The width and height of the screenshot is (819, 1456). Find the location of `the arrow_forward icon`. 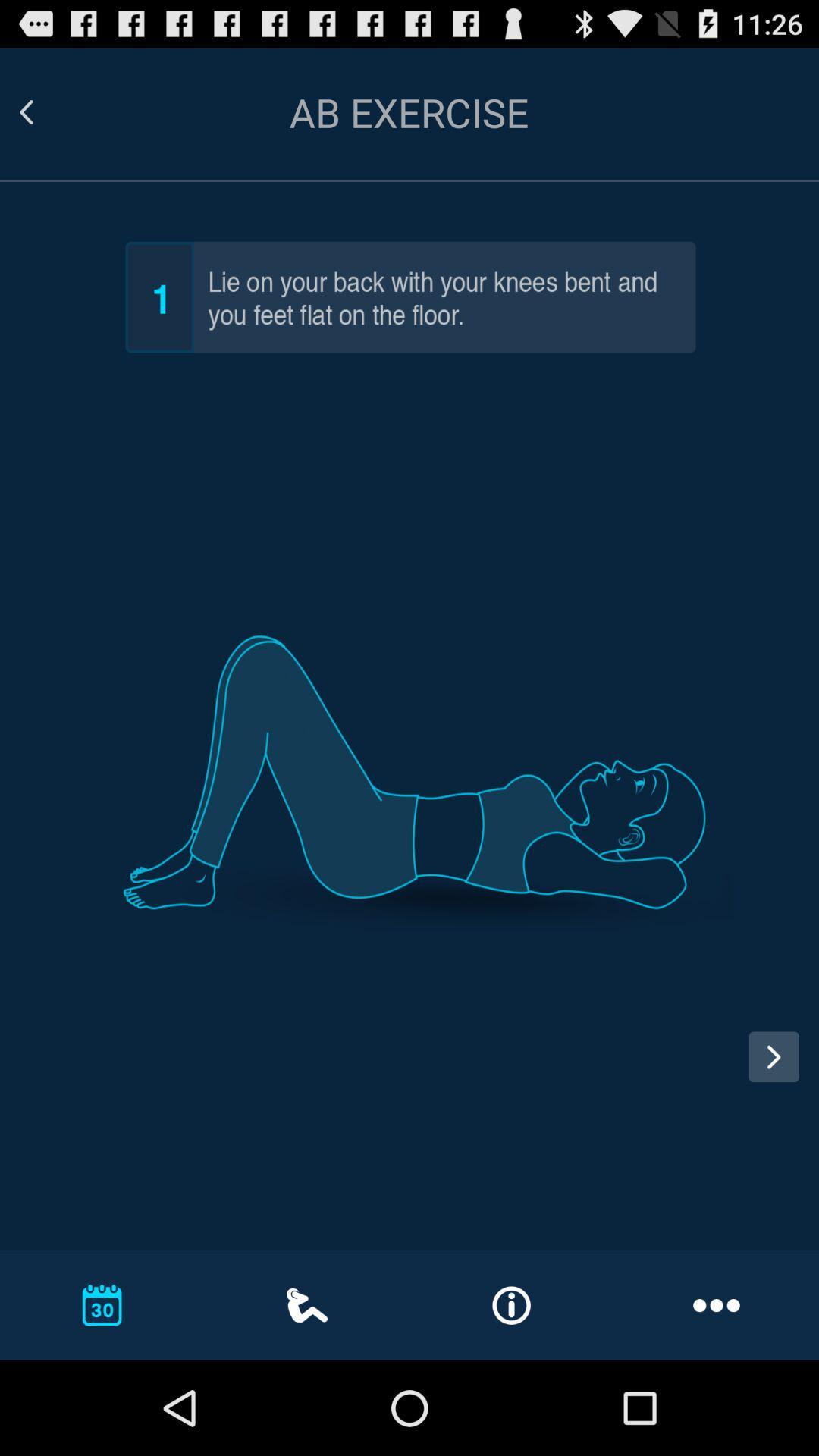

the arrow_forward icon is located at coordinates (779, 1147).